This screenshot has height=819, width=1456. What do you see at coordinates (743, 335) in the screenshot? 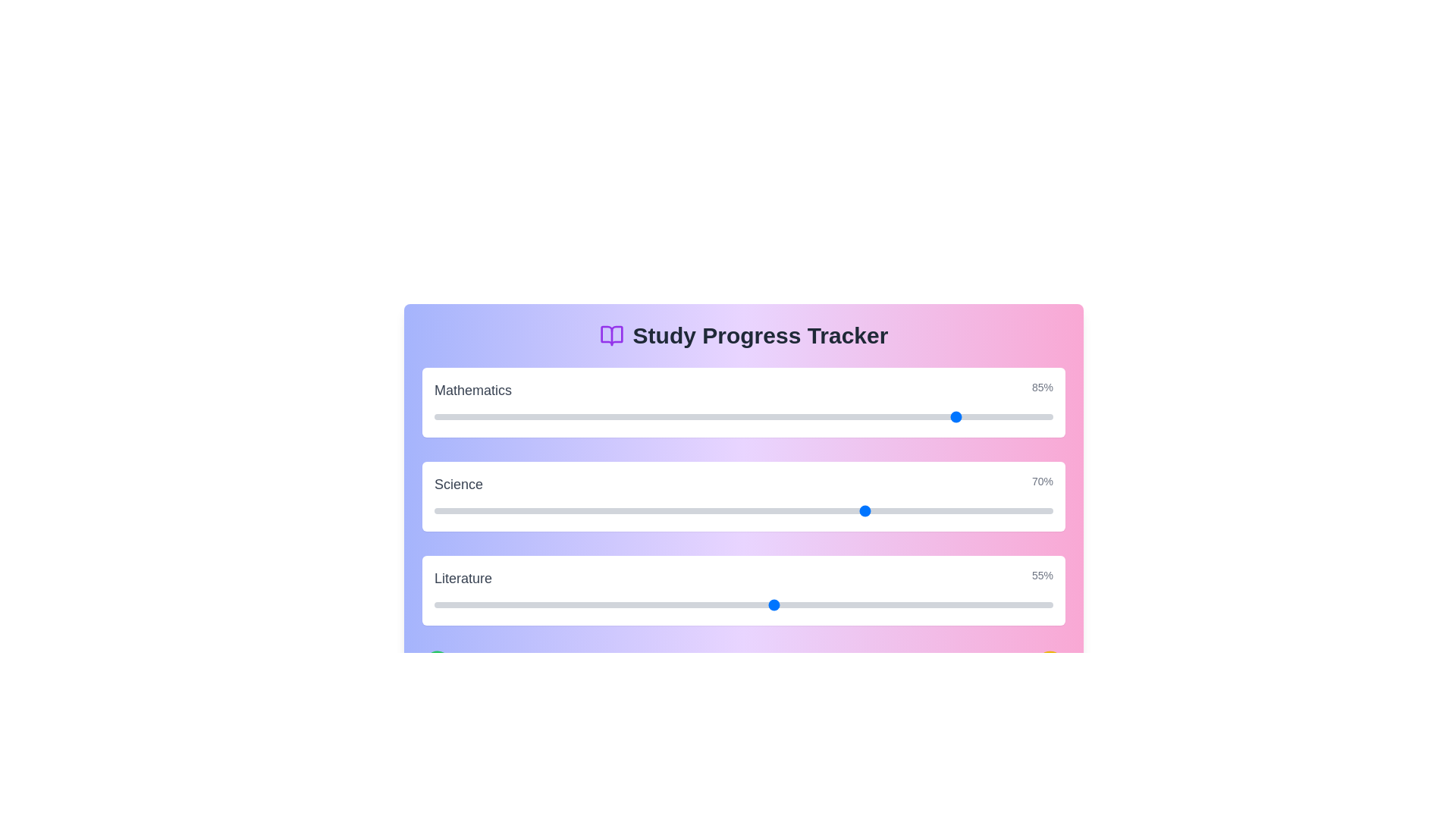
I see `the title text of the component` at bounding box center [743, 335].